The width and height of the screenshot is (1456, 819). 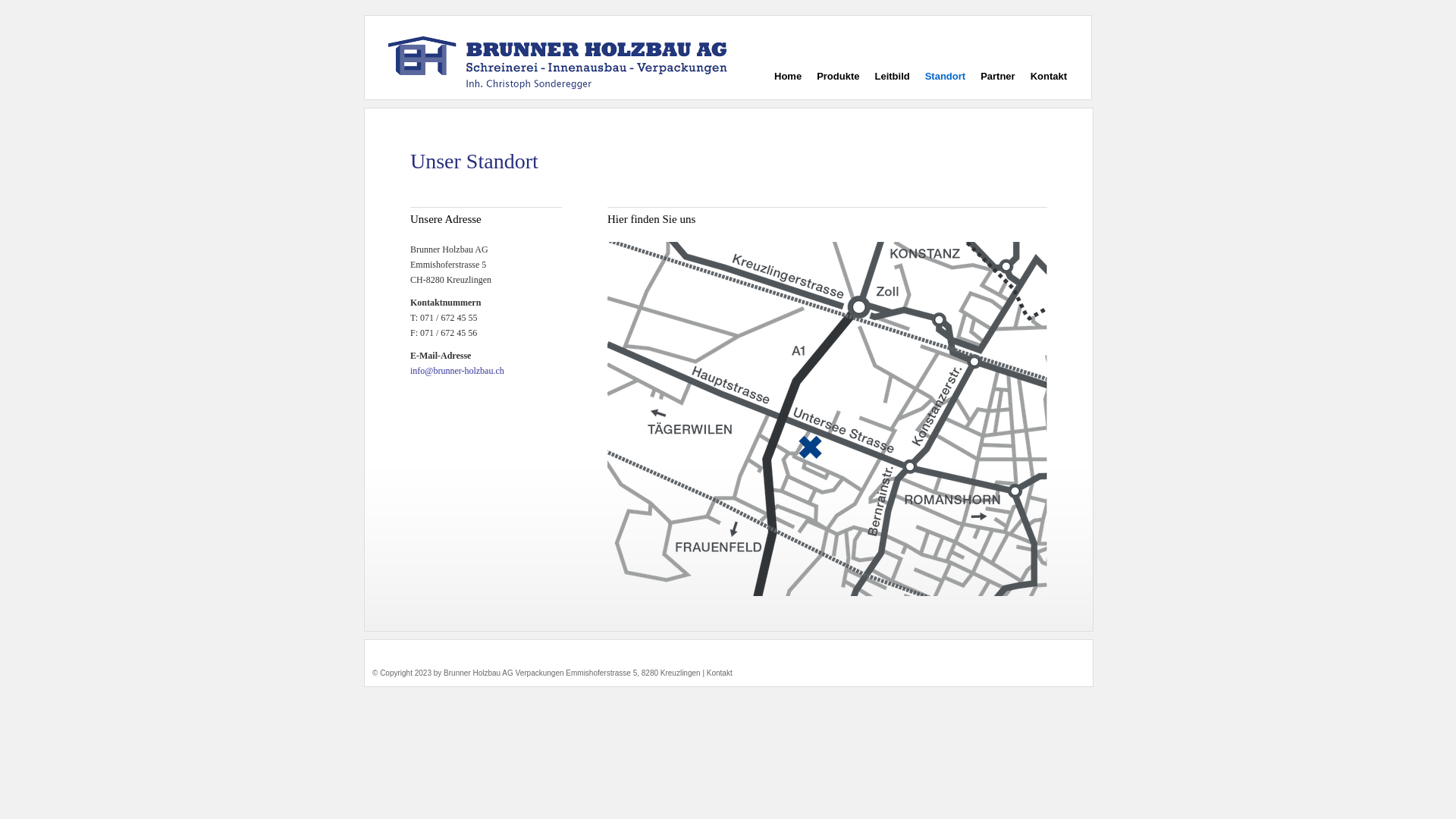 What do you see at coordinates (1047, 76) in the screenshot?
I see `'Kontakt'` at bounding box center [1047, 76].